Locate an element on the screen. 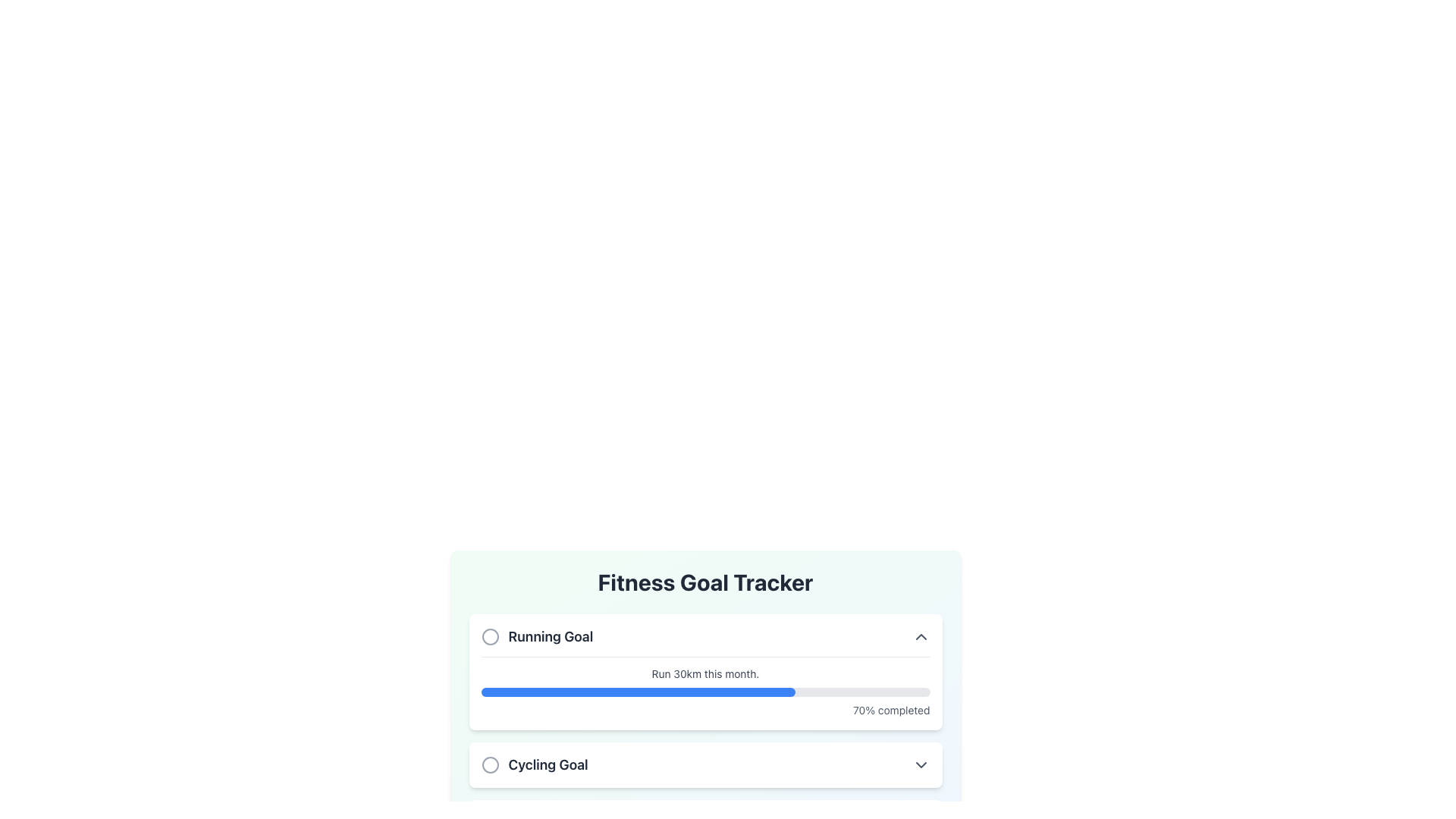 The image size is (1456, 819). the circular icon next to the 'Cycling Goal' label is located at coordinates (535, 765).